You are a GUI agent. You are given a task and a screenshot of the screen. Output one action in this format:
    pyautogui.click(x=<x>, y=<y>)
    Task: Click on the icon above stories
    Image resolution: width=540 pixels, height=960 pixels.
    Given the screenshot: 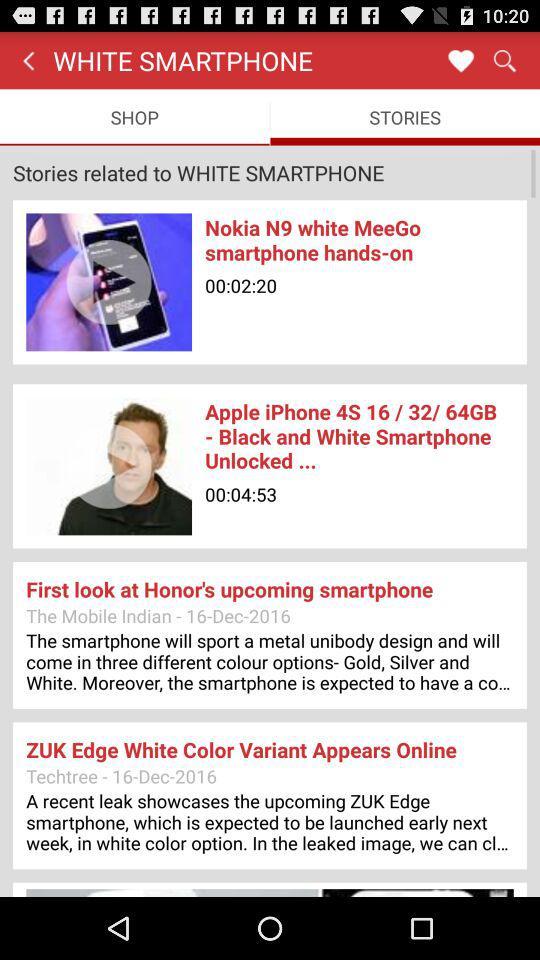 What is the action you would take?
    pyautogui.click(x=460, y=59)
    